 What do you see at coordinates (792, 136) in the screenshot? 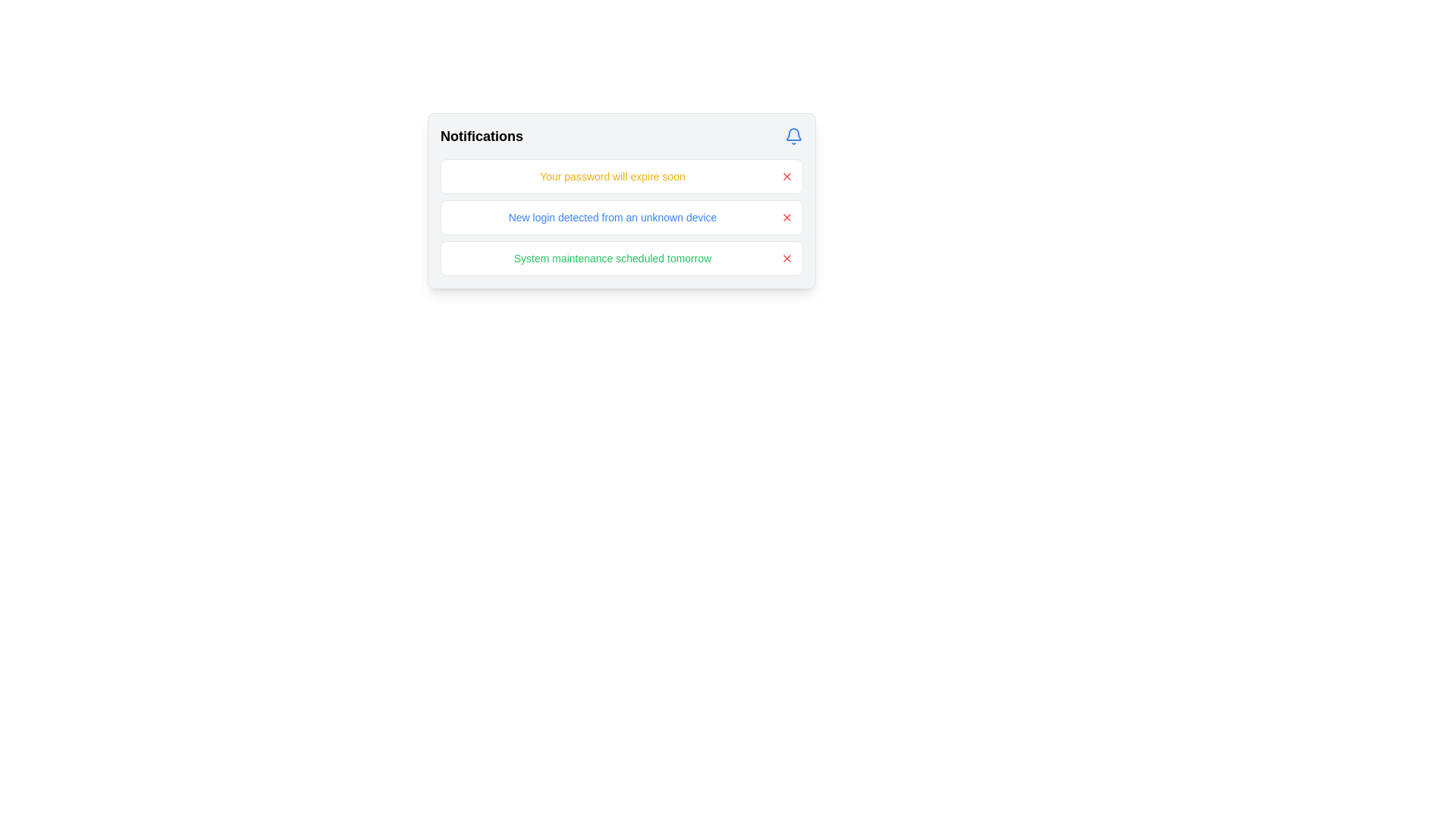
I see `the notifications bell icon located at the top-right of the notifications section, aligned with the 'Notifications' text` at bounding box center [792, 136].